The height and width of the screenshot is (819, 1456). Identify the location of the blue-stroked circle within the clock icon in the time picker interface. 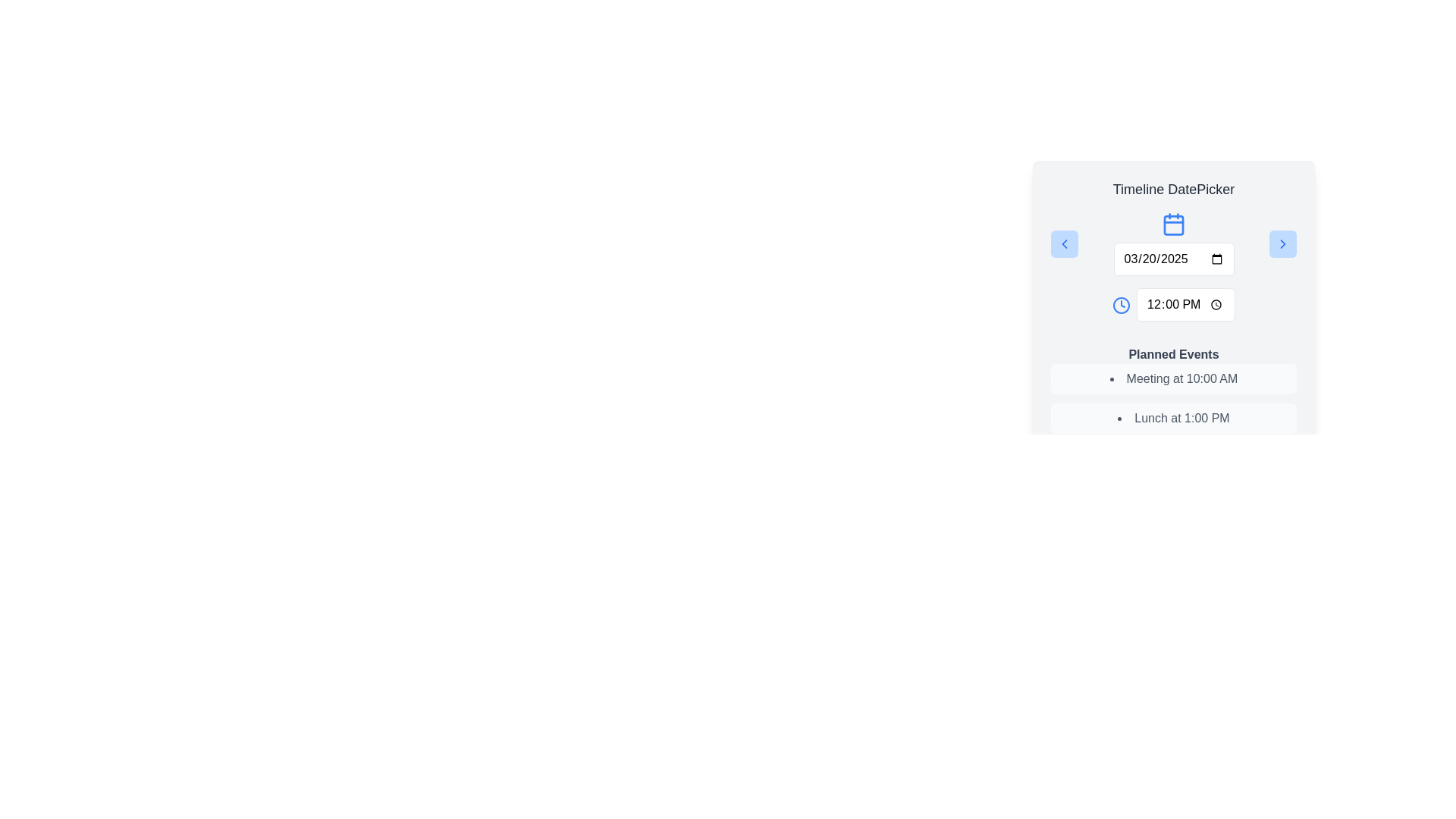
(1122, 305).